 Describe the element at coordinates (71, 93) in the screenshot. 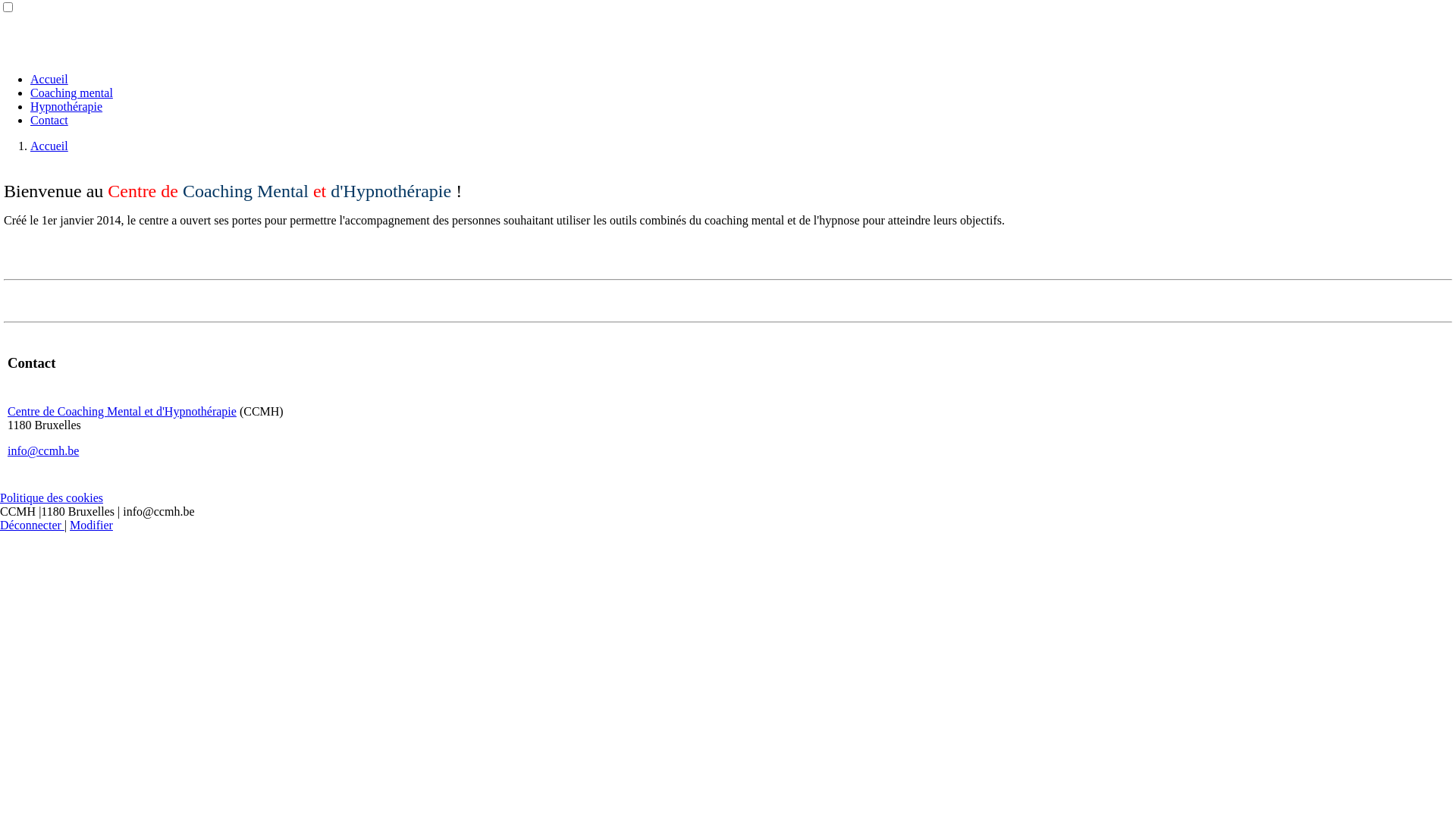

I see `'Coaching mental'` at that location.